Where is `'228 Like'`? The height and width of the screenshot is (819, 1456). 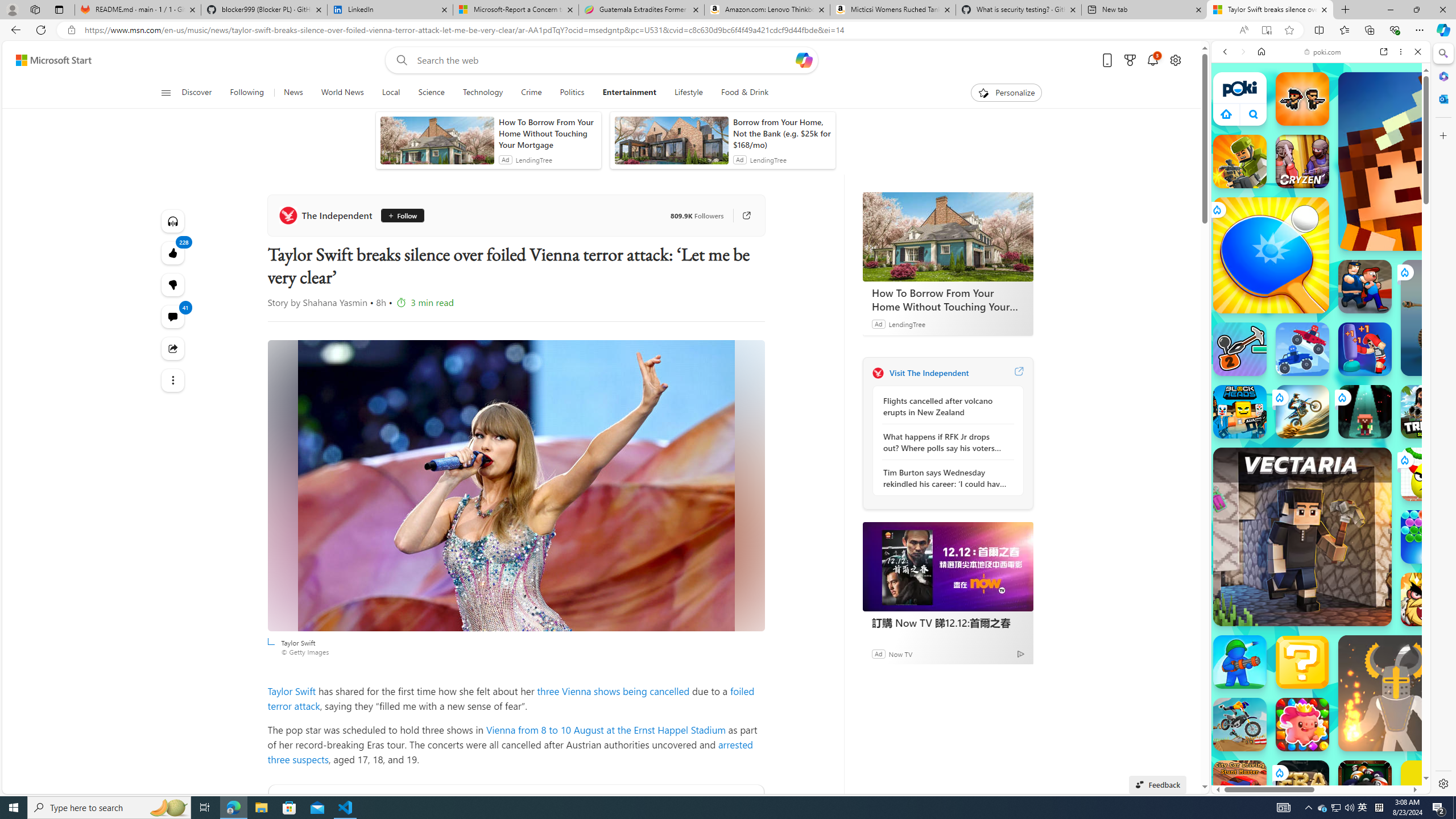 '228 Like' is located at coordinates (172, 253).